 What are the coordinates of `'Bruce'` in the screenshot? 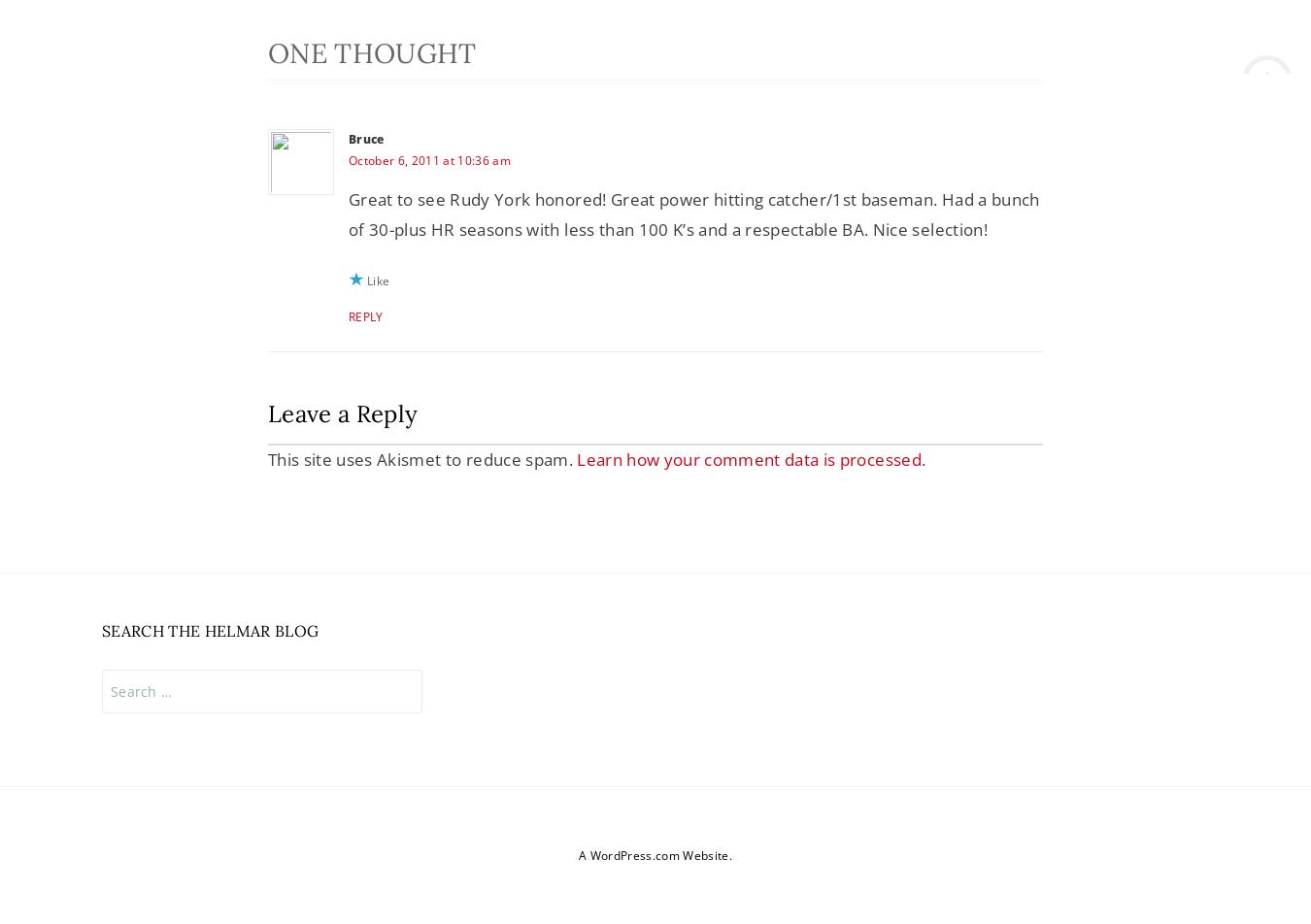 It's located at (366, 139).